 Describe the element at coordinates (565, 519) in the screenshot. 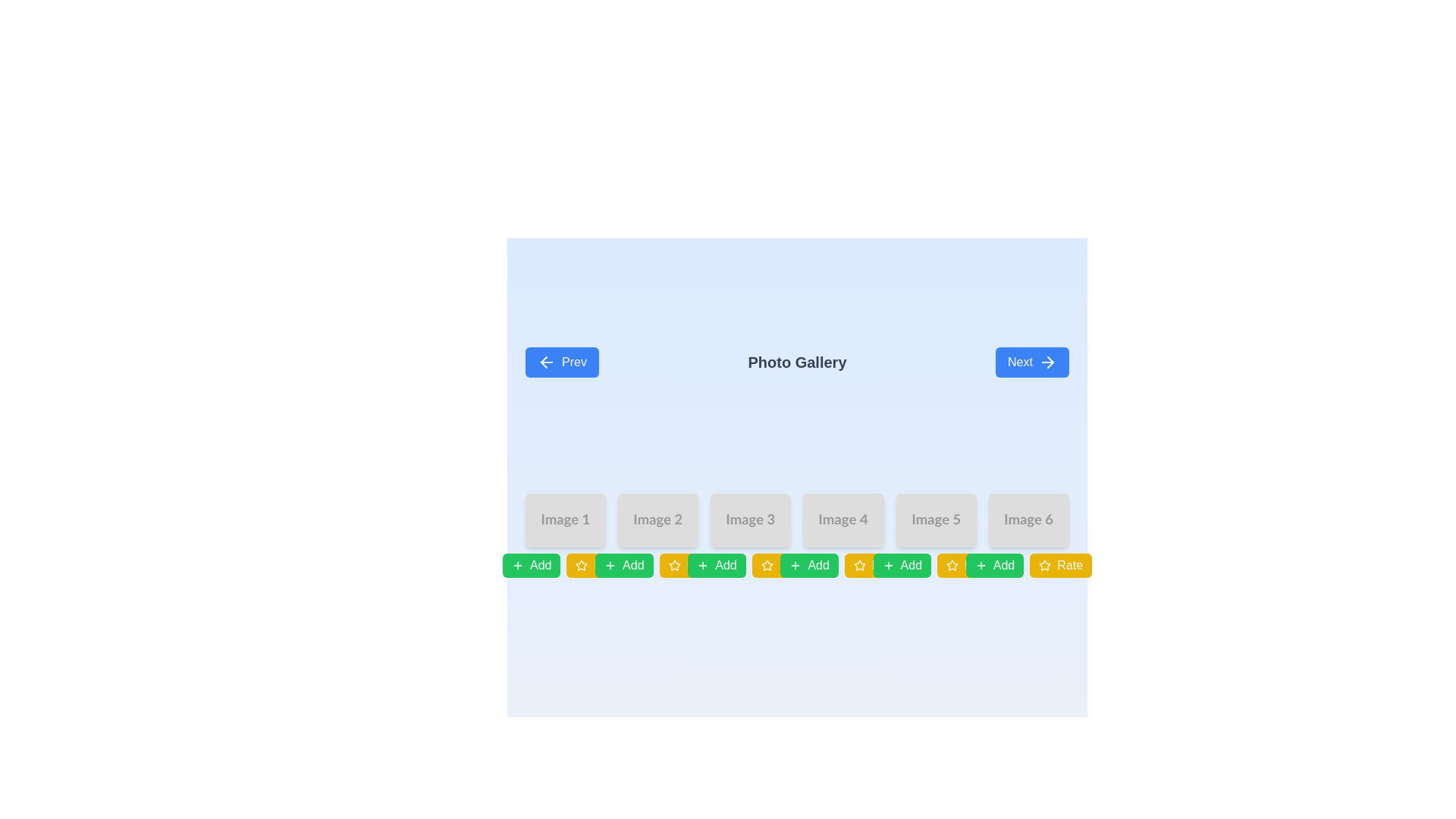

I see `the image placeholder labeled 'Image 1'` at that location.